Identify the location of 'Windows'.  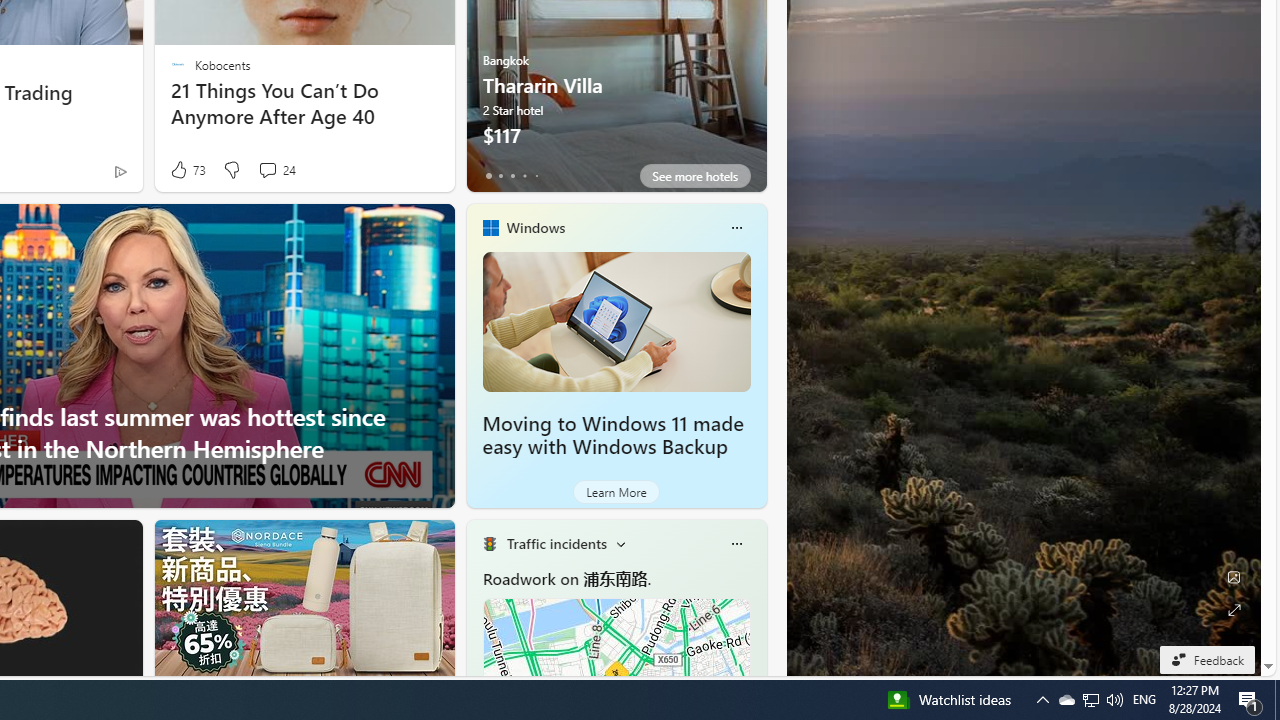
(535, 226).